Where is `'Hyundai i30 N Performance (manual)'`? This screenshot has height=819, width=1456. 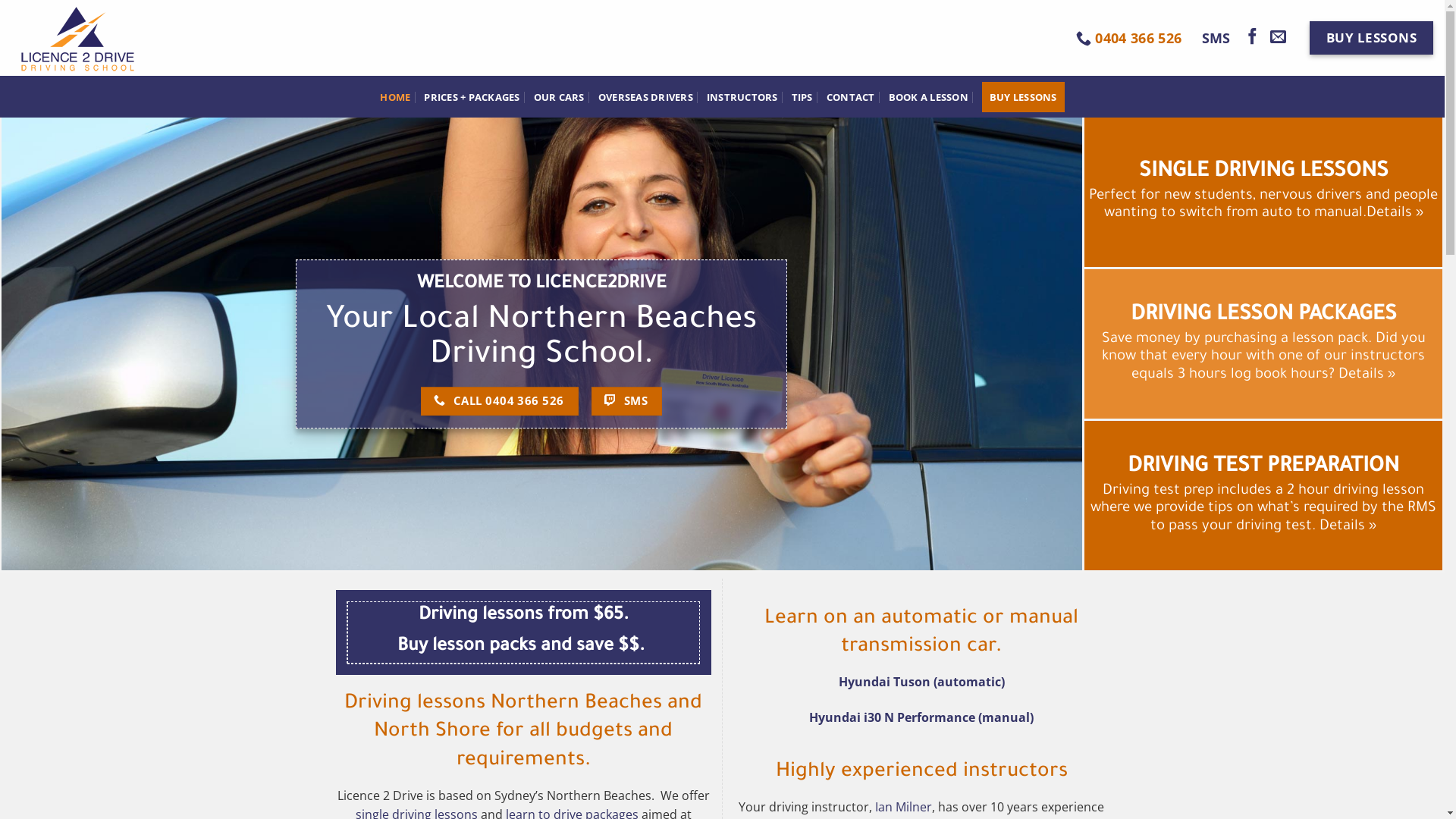
'Hyundai i30 N Performance (manual)' is located at coordinates (920, 717).